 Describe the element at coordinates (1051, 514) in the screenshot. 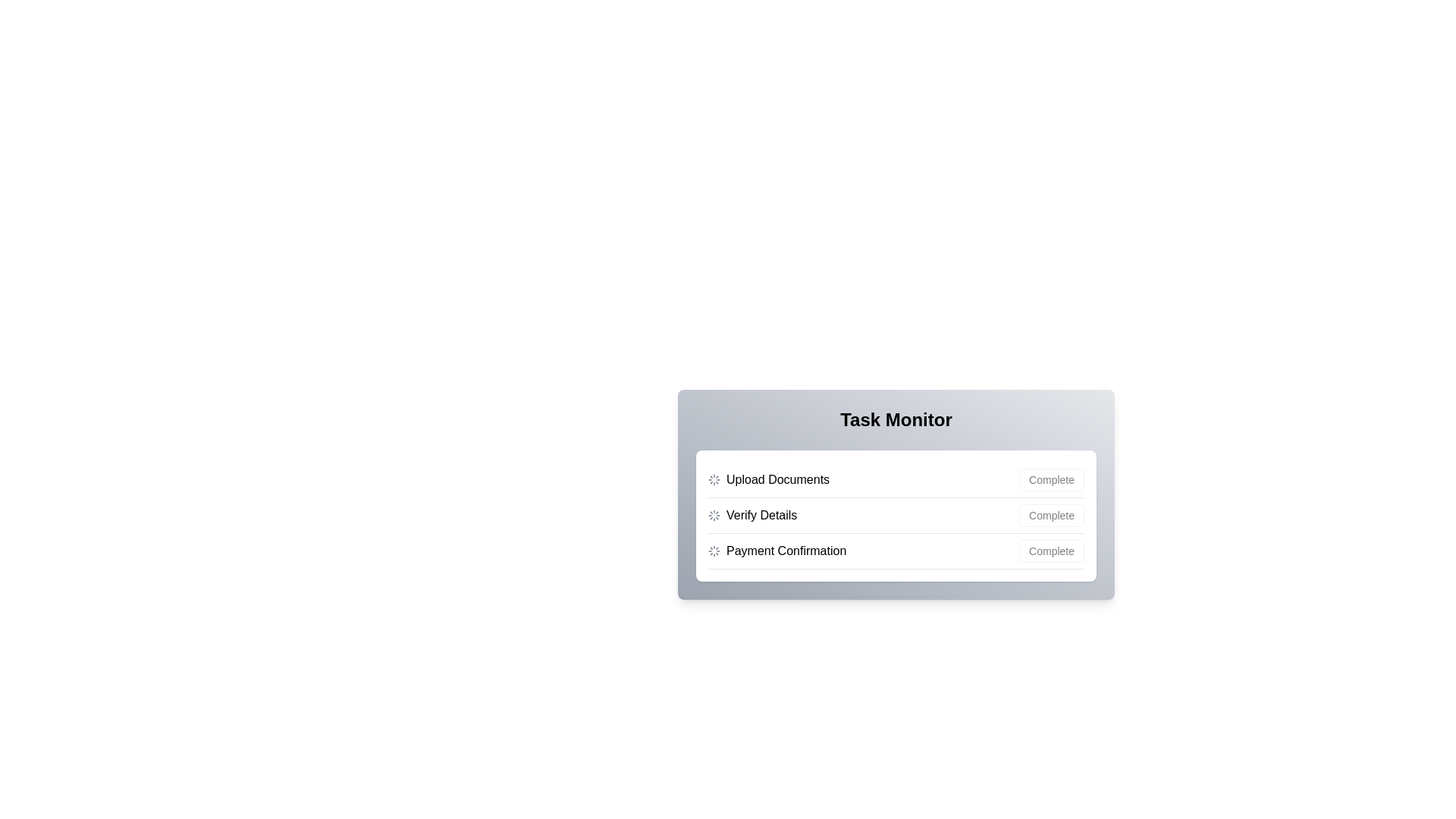

I see `the disabled 'Complete' button, which is the third right-aligned button in the task monitor interface beside the 'Verify Details' label` at that location.